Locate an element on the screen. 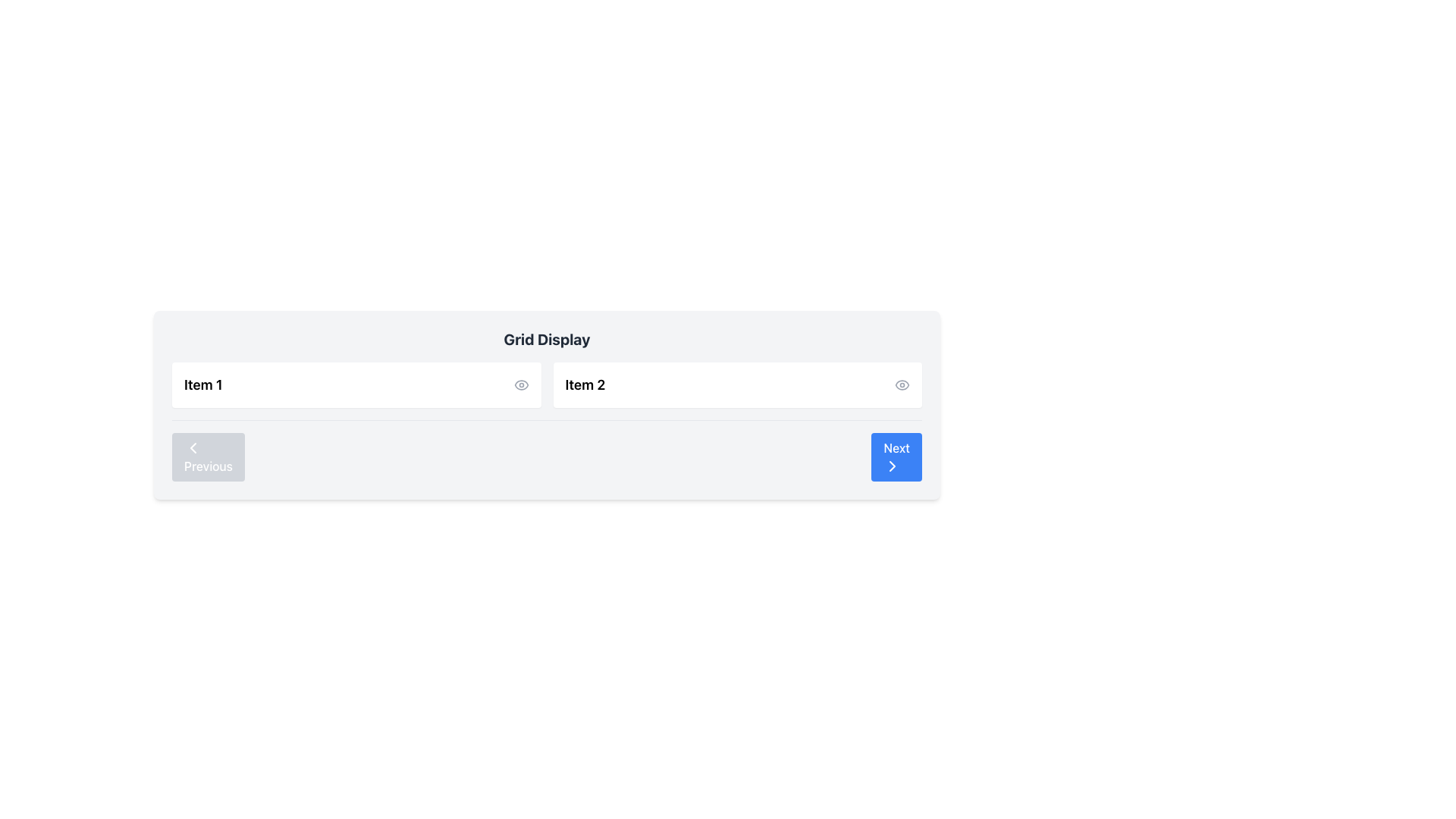 The width and height of the screenshot is (1456, 819). keyboard navigation is located at coordinates (893, 465).